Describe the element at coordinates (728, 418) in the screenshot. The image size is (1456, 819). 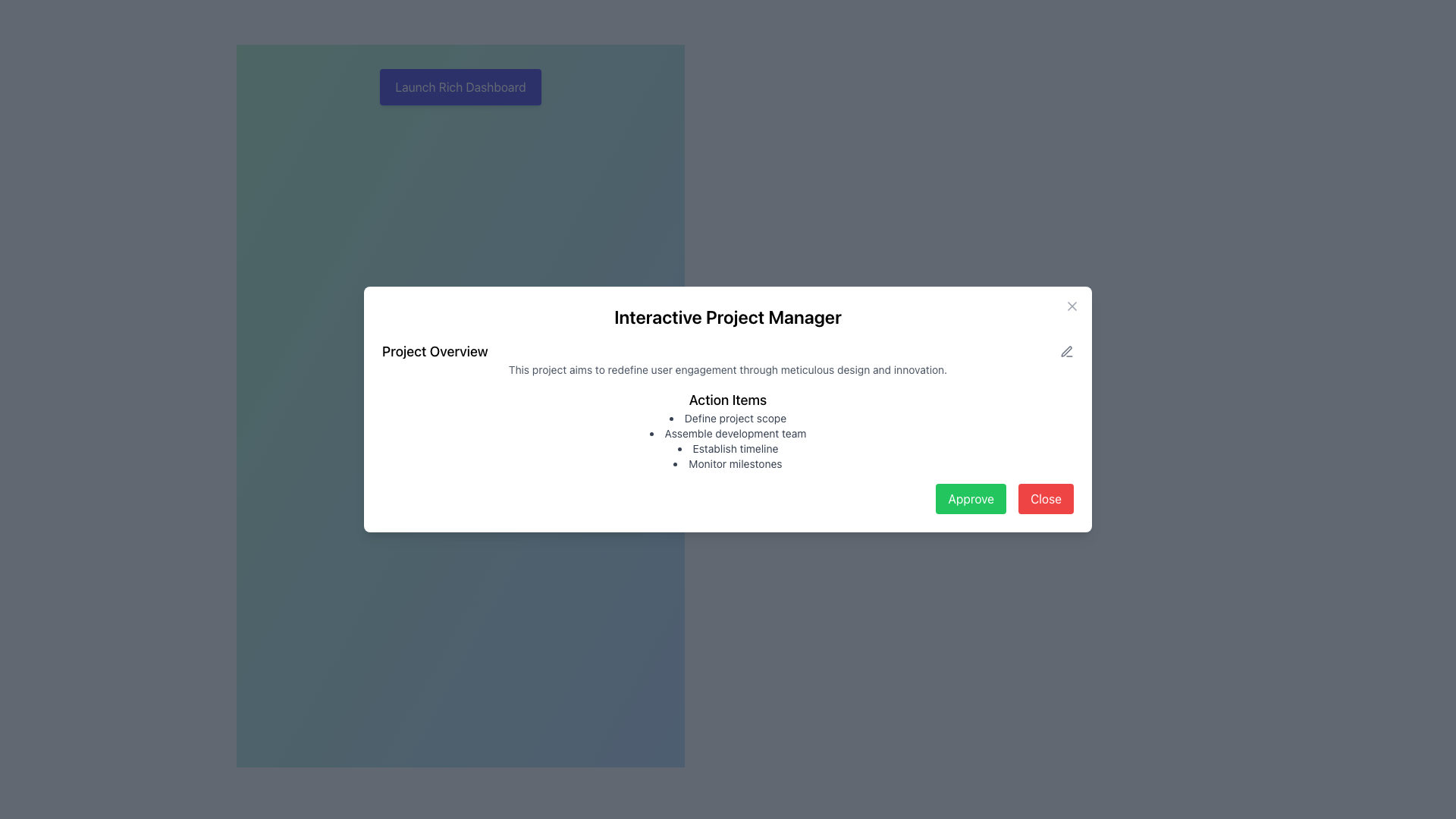
I see `first task in the 'Action Items' list within the 'Interactive Project Manager' modal window, which is a Text element presented as a bullet point` at that location.